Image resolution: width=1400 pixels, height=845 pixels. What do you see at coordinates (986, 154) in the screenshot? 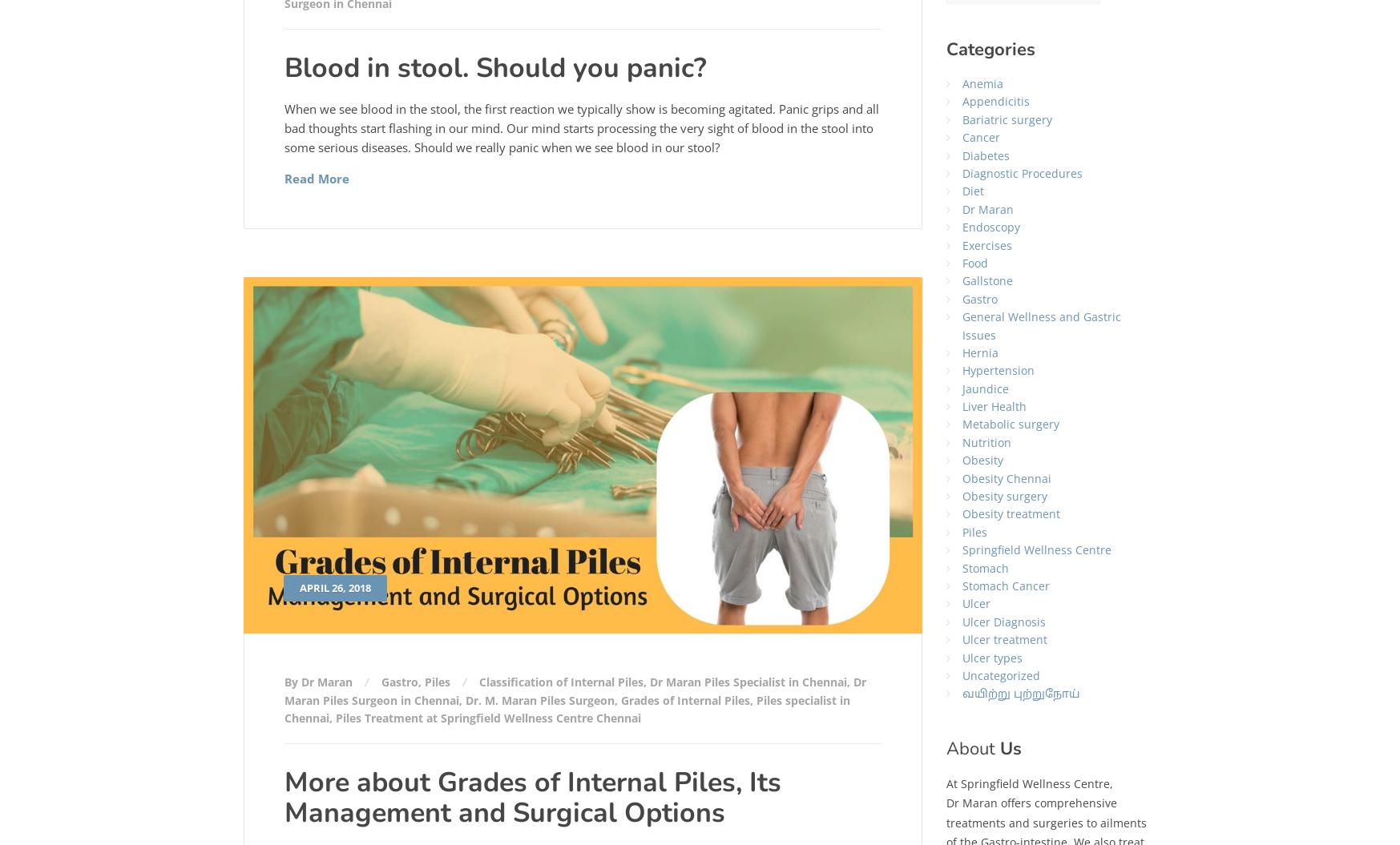
I see `'Diabetes'` at bounding box center [986, 154].